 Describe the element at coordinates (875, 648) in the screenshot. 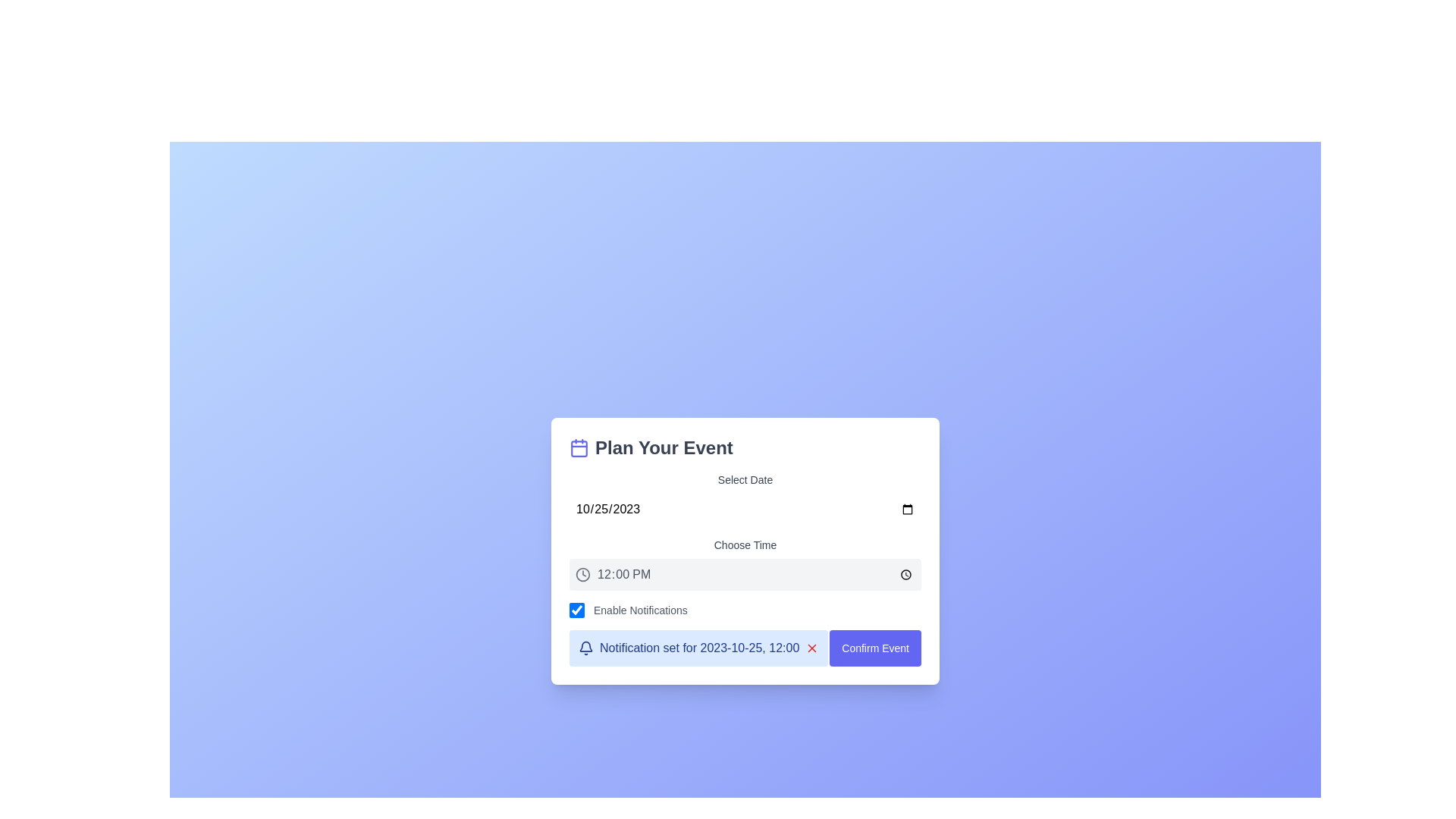

I see `the confirmation button located in the bottom-right corner of the notification setup interface, adjacent to the notification description` at that location.